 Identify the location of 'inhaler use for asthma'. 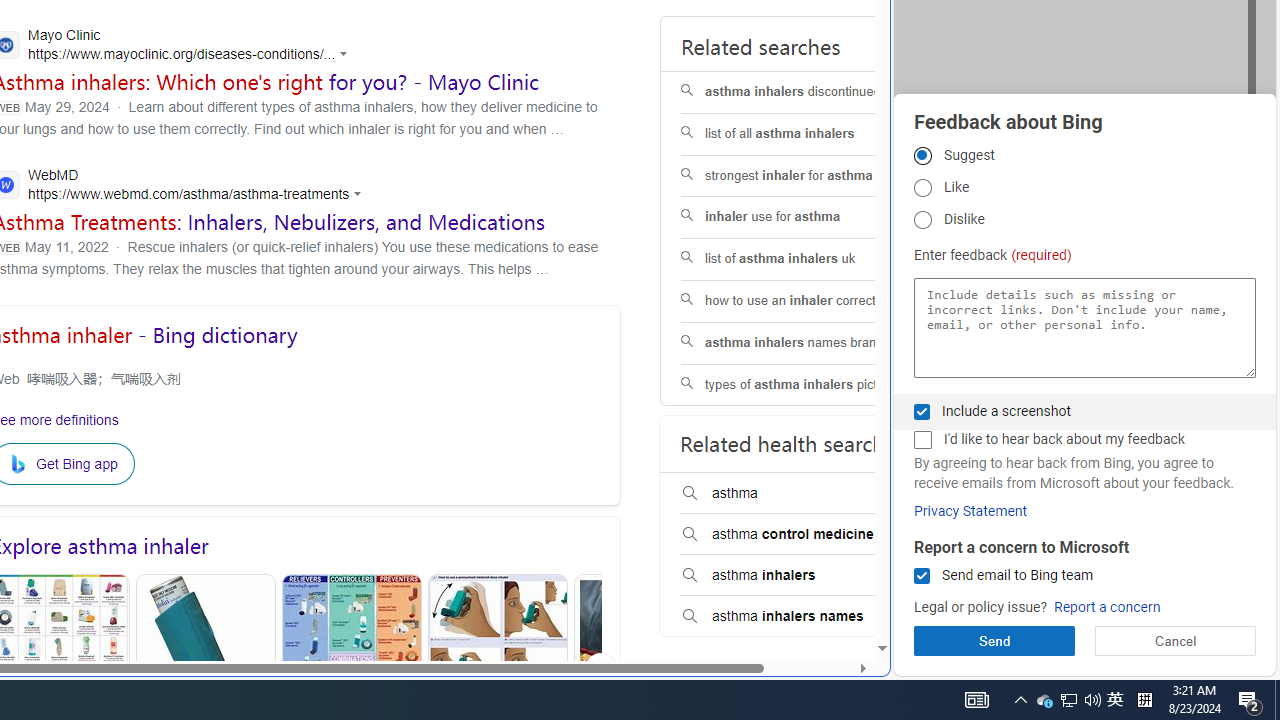
(807, 218).